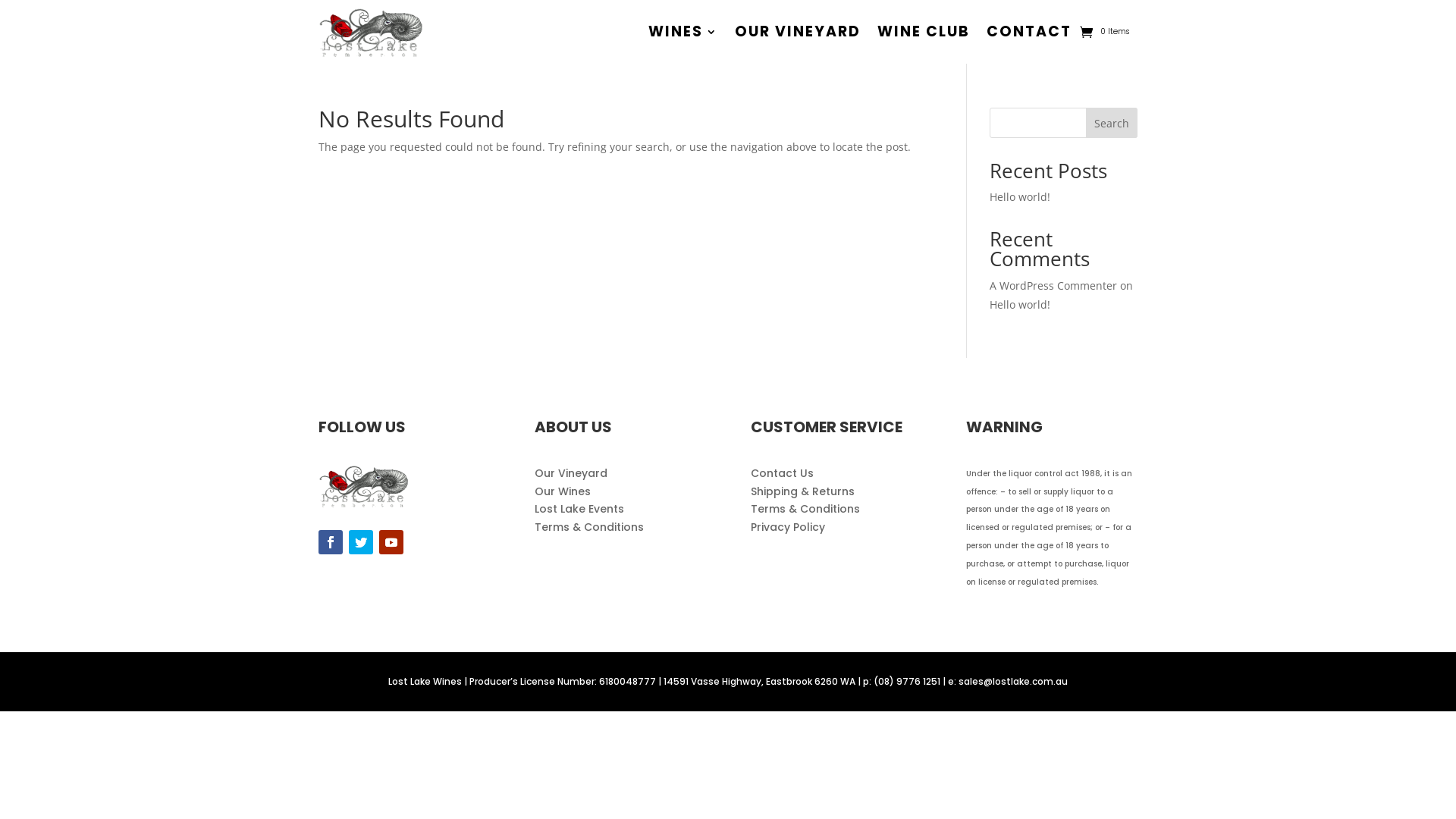  What do you see at coordinates (1019, 304) in the screenshot?
I see `'Hello world!'` at bounding box center [1019, 304].